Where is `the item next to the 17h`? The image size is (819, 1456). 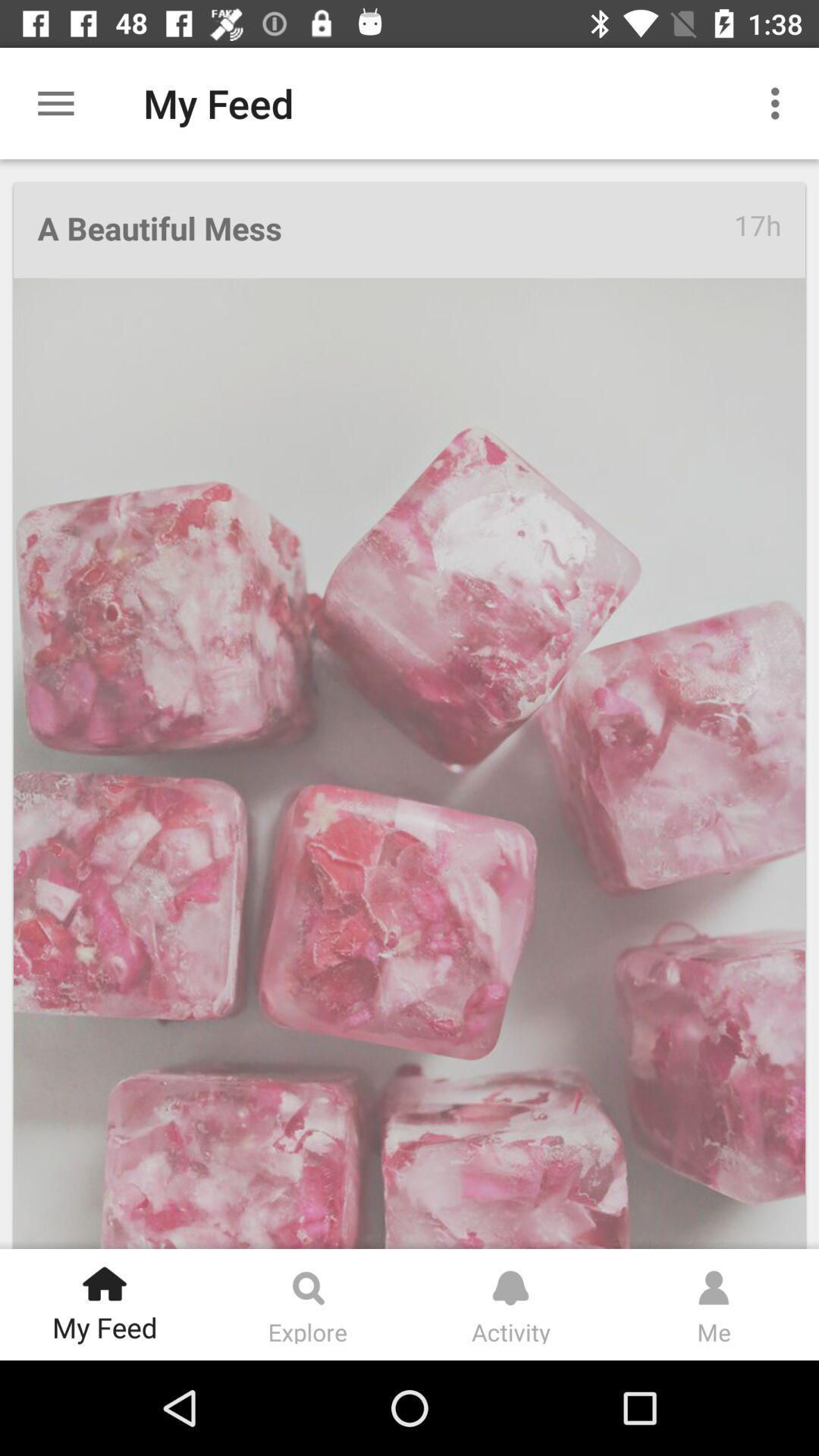
the item next to the 17h is located at coordinates (384, 229).